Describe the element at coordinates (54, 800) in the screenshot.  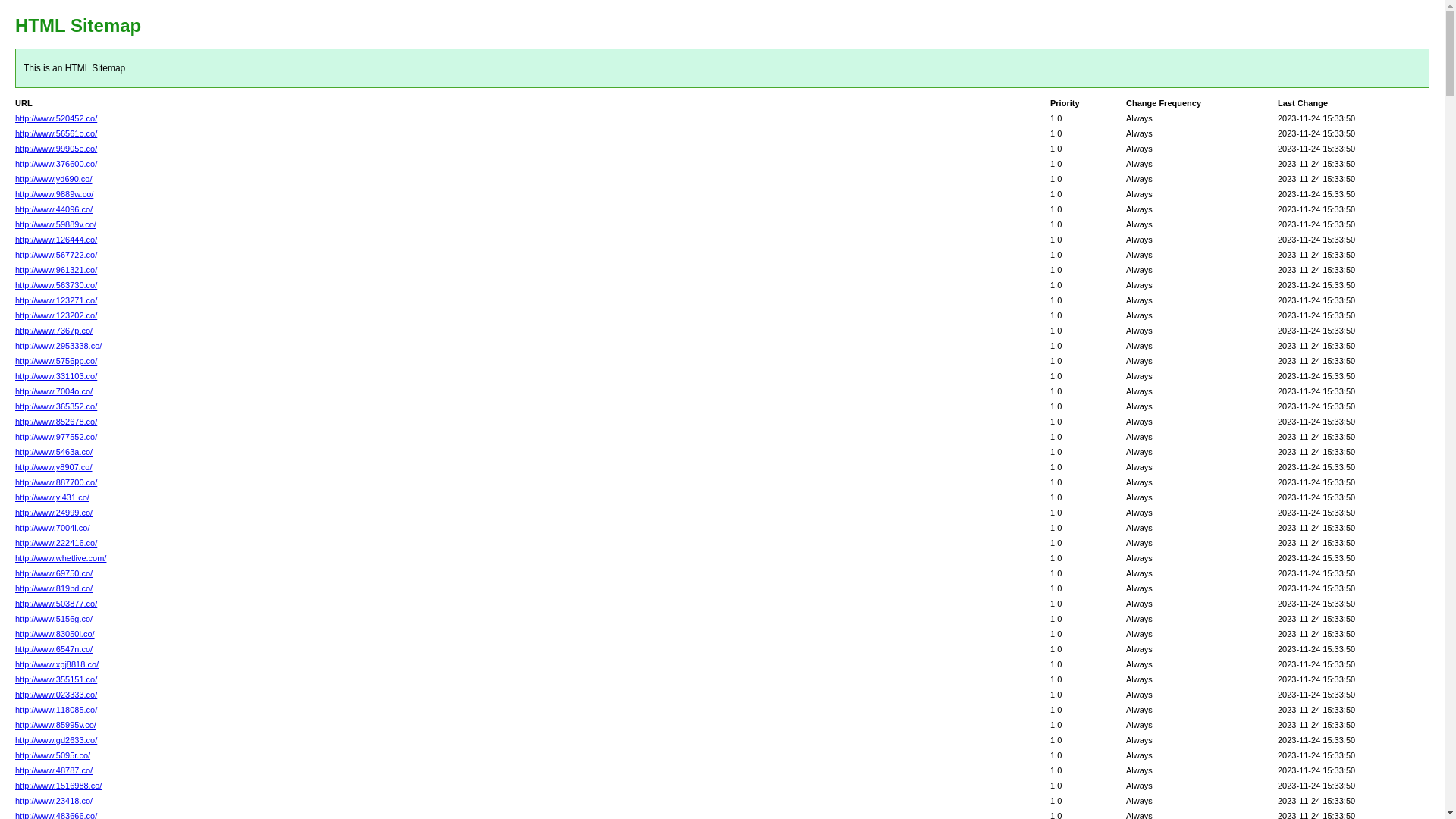
I see `'http://www.23418.co/'` at that location.